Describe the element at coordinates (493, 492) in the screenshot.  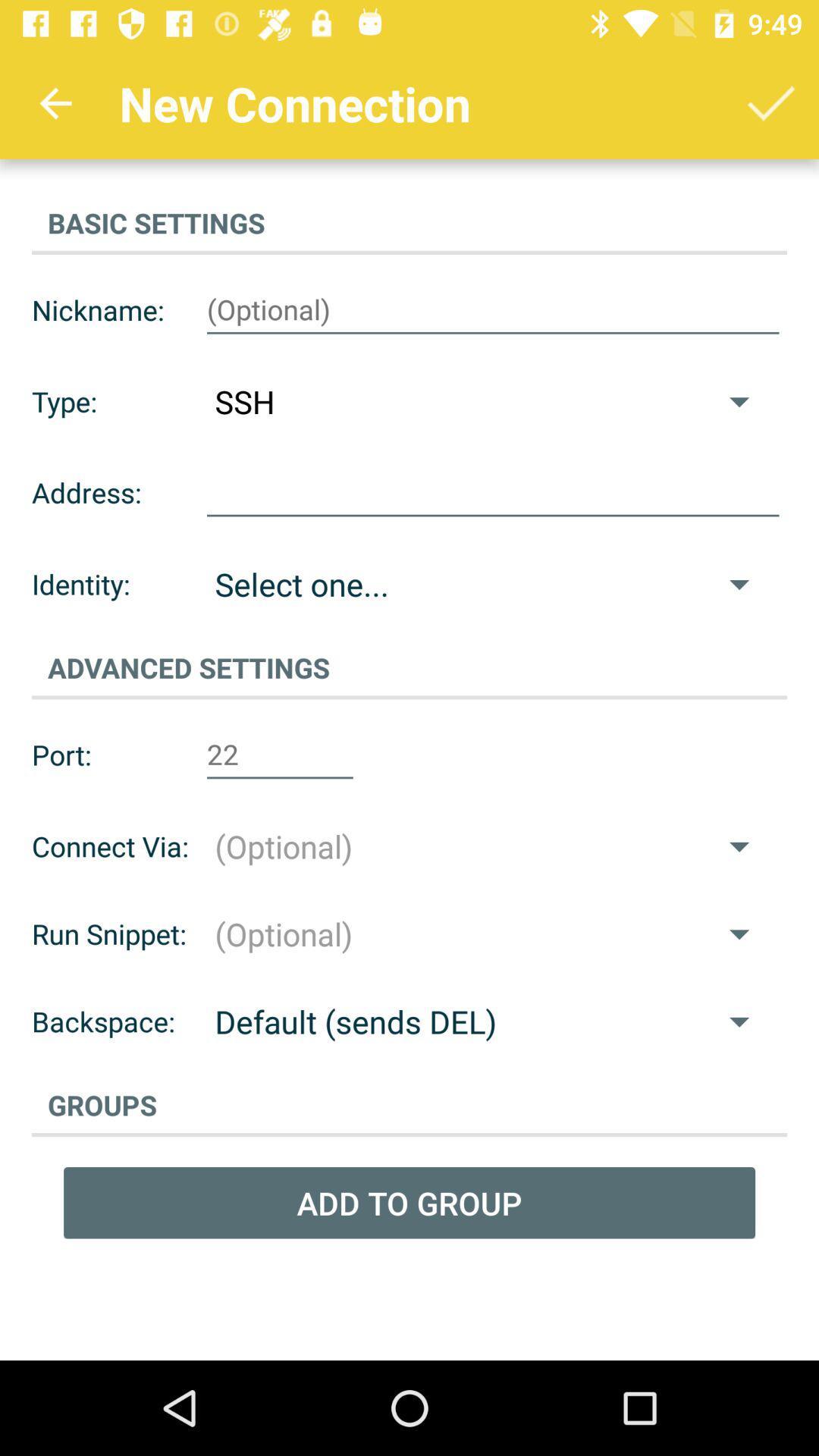
I see `address` at that location.